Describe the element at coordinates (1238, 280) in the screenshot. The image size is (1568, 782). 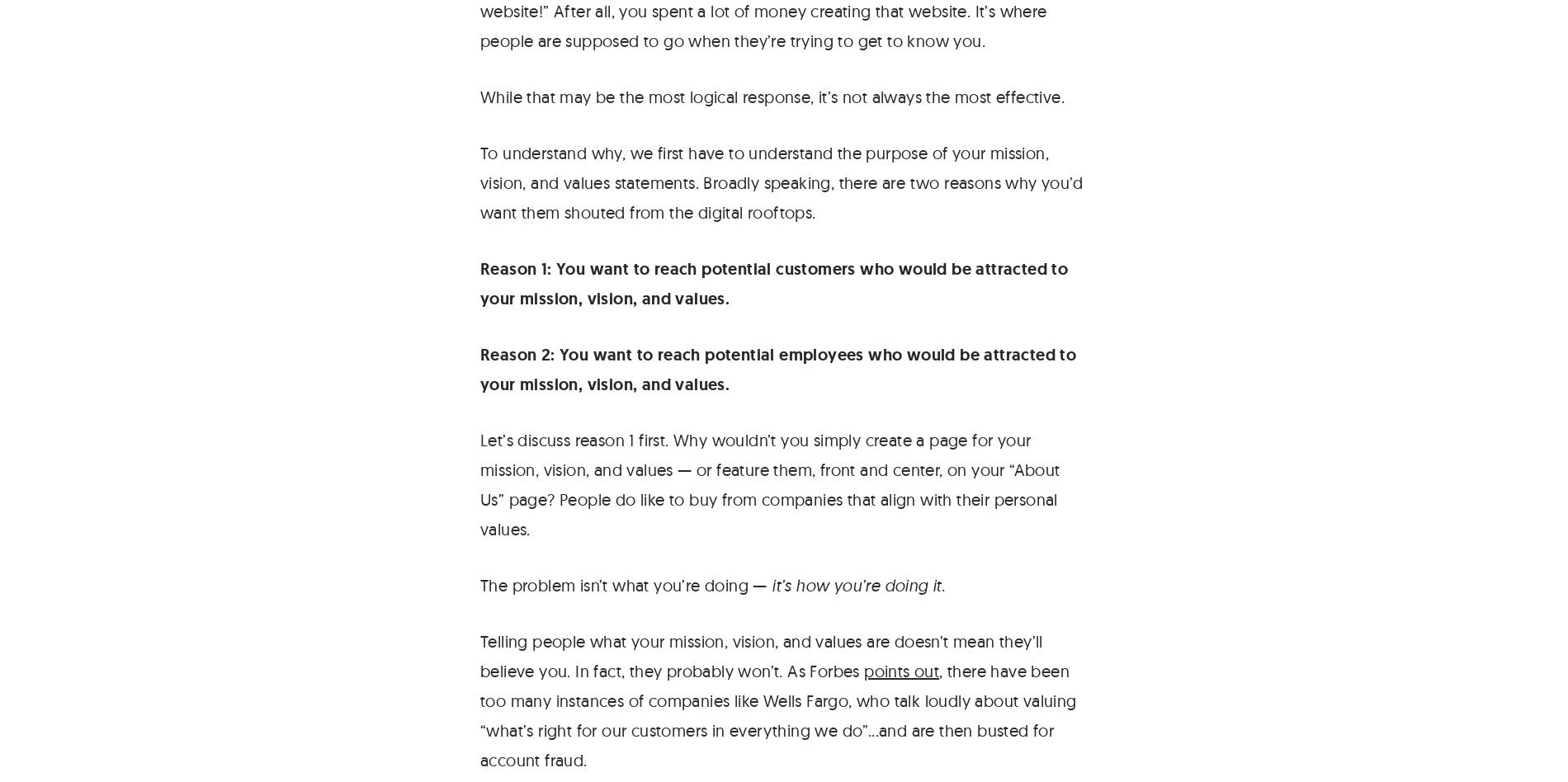
I see `'© 1999 – 2023 Viget Labs, LLC.'` at that location.